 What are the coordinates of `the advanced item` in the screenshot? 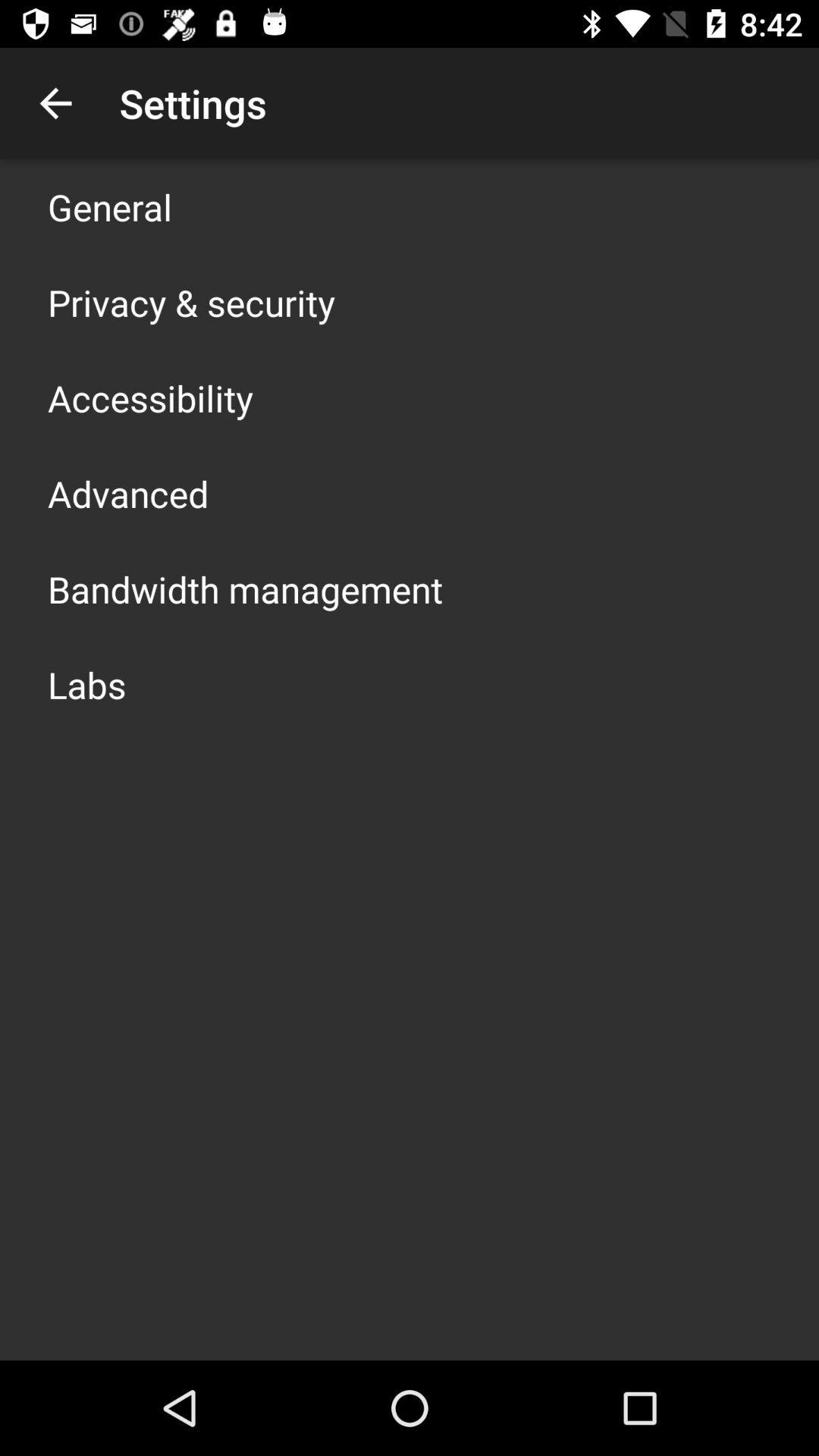 It's located at (127, 494).